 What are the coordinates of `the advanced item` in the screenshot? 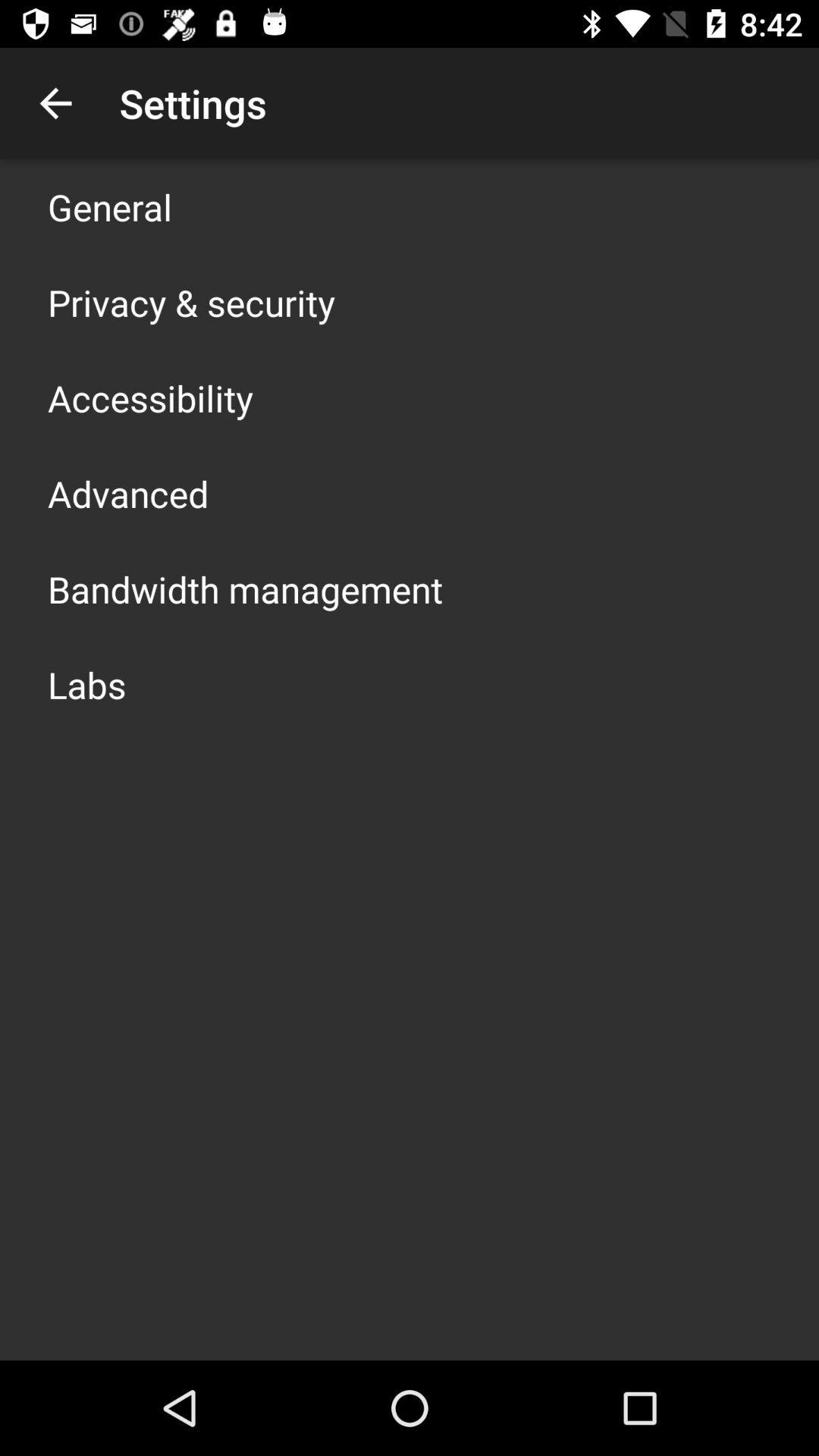 It's located at (127, 494).